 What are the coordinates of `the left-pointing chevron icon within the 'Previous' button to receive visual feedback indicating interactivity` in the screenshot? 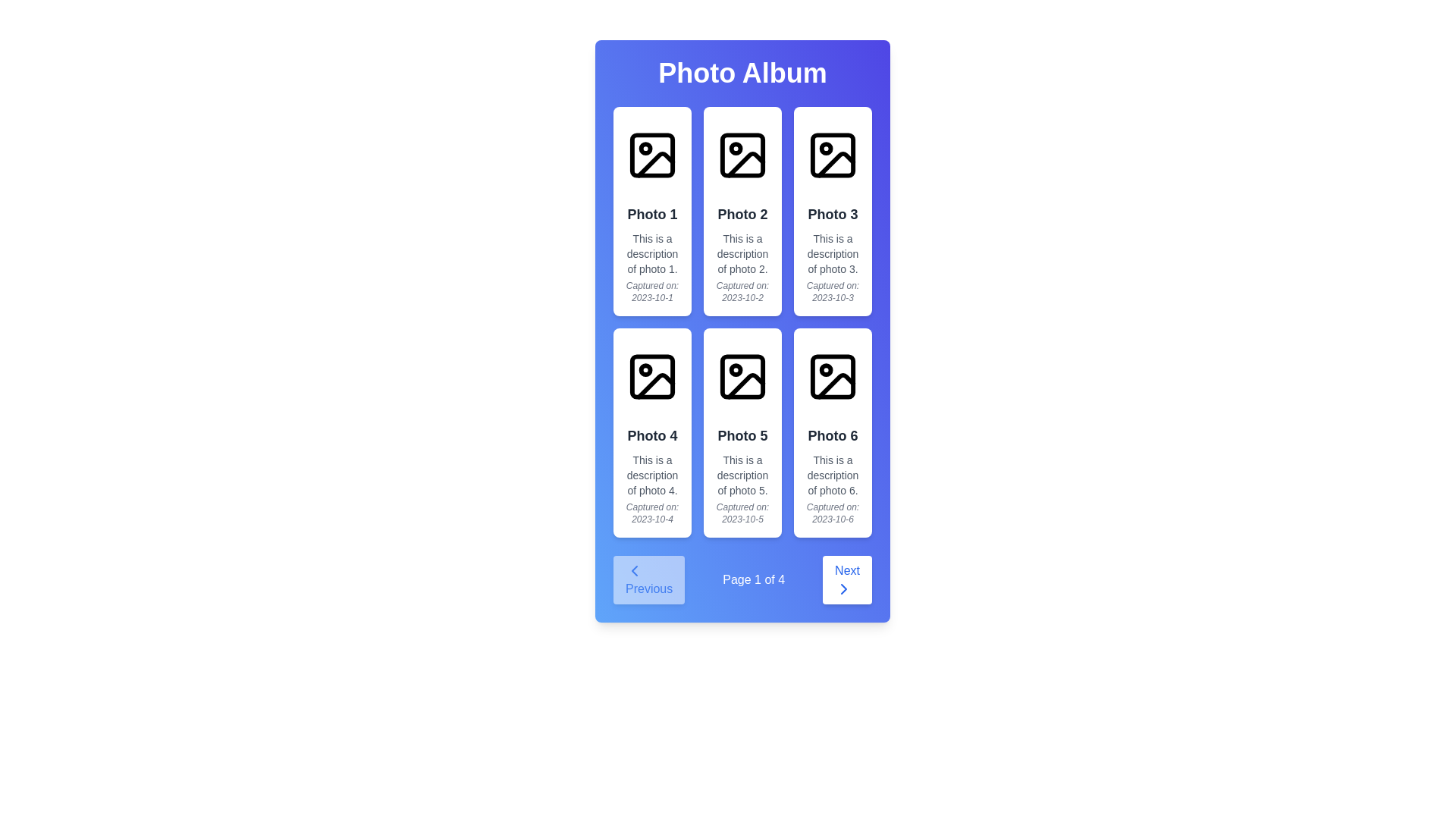 It's located at (634, 570).